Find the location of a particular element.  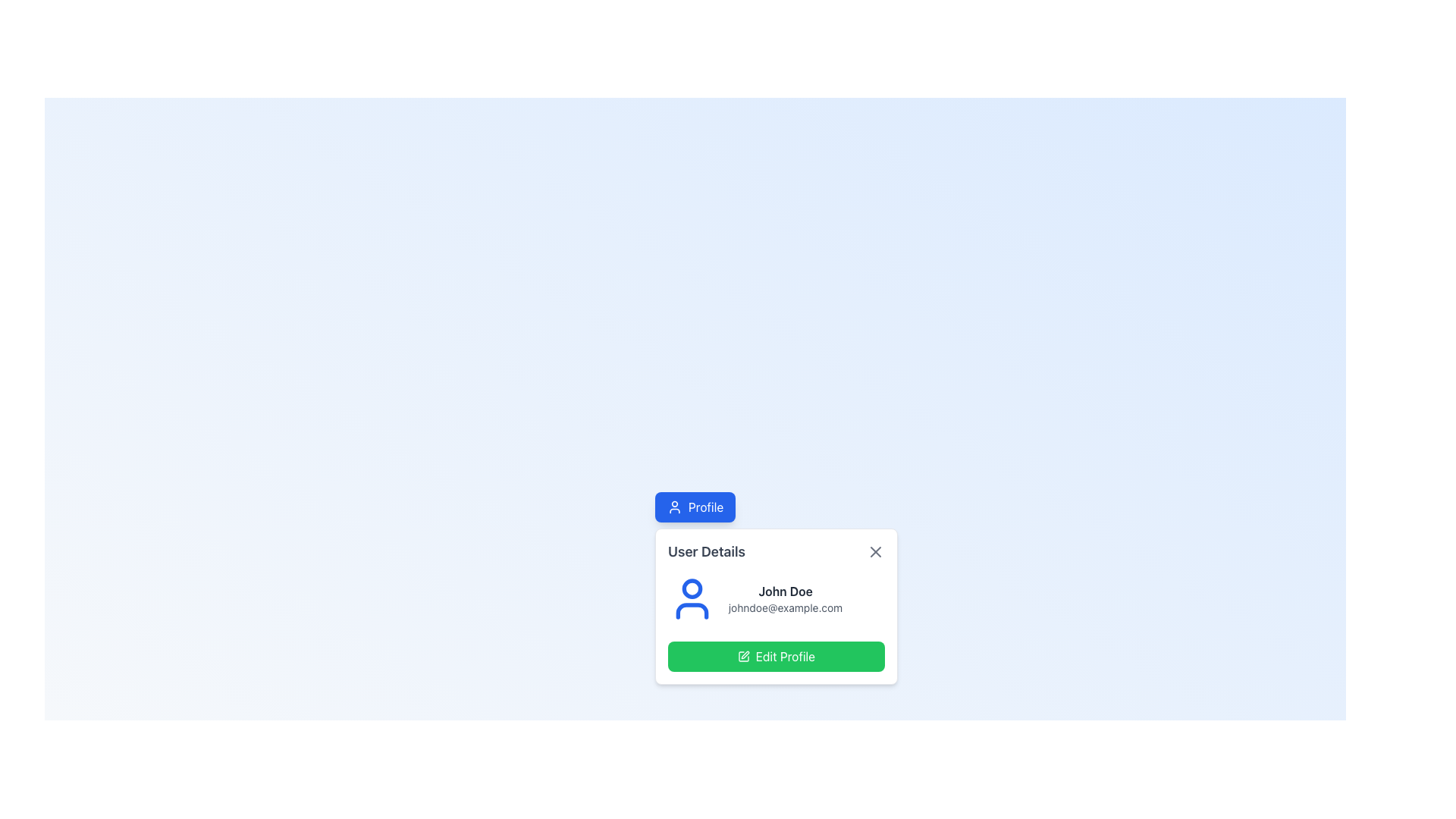

the bold text label reading 'User Details' which is prominently displayed at the top of a card-like UI component is located at coordinates (705, 552).